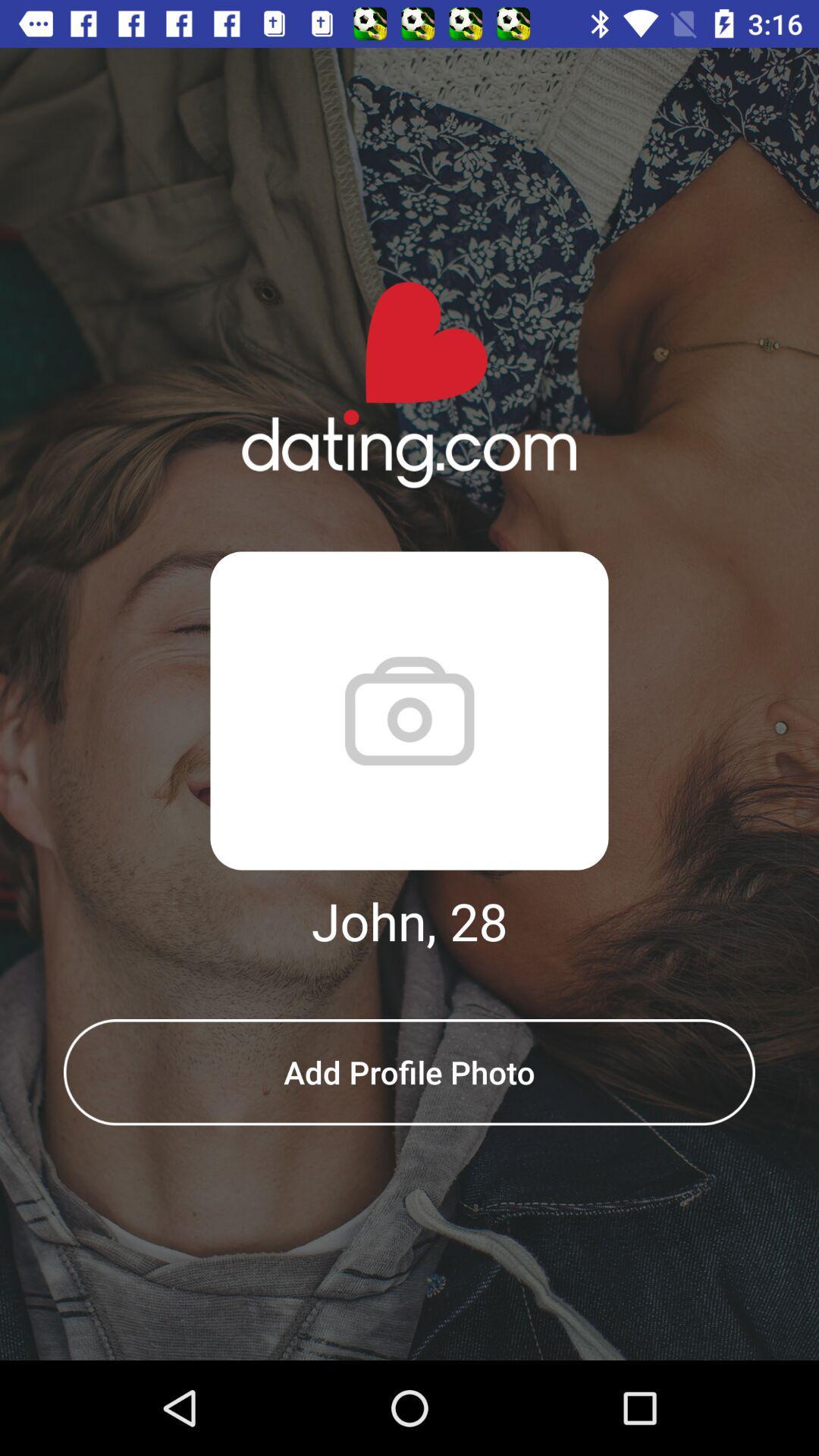  Describe the element at coordinates (409, 1072) in the screenshot. I see `the add profile photo item` at that location.